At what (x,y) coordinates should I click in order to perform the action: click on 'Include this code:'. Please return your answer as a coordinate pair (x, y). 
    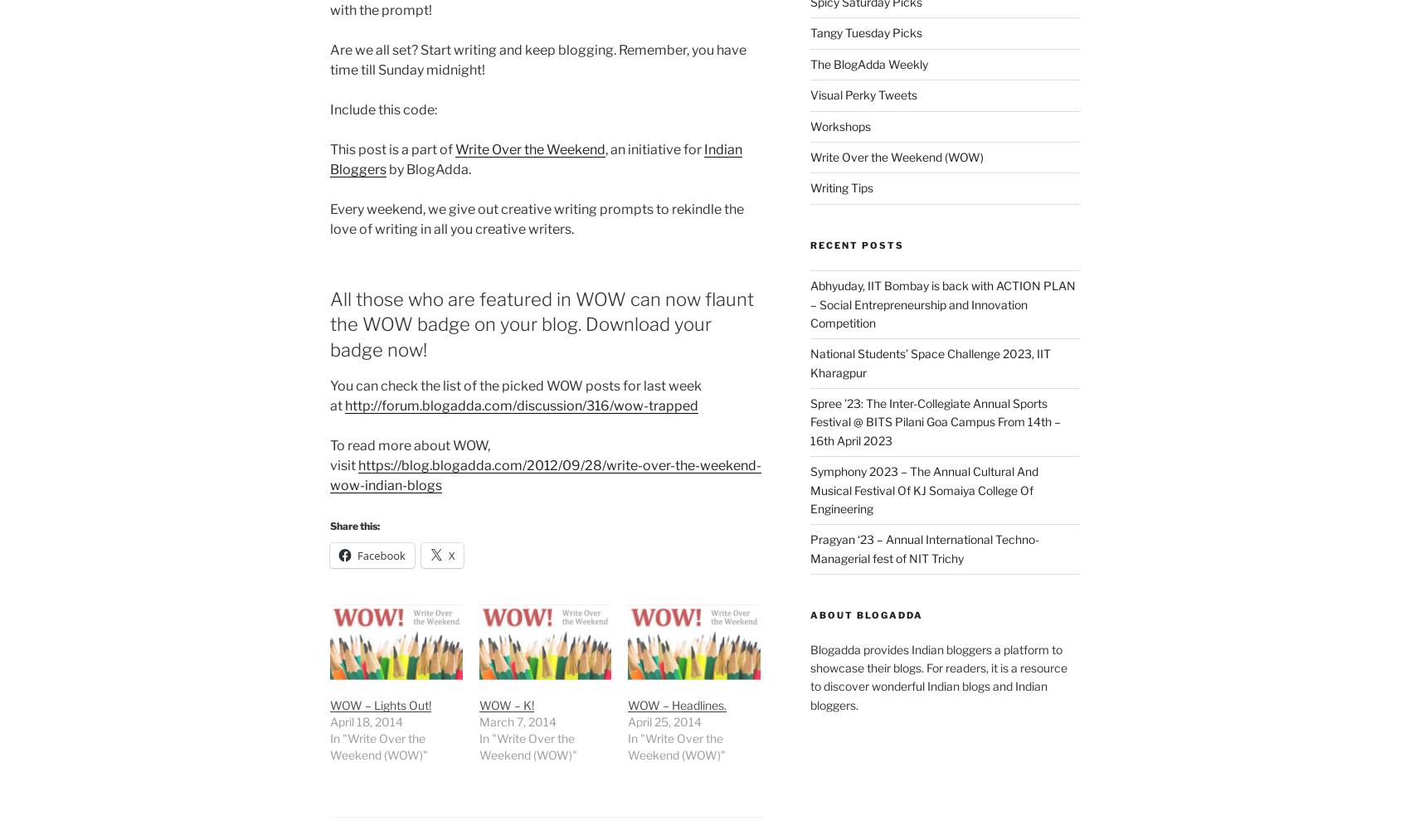
    Looking at the image, I should click on (383, 109).